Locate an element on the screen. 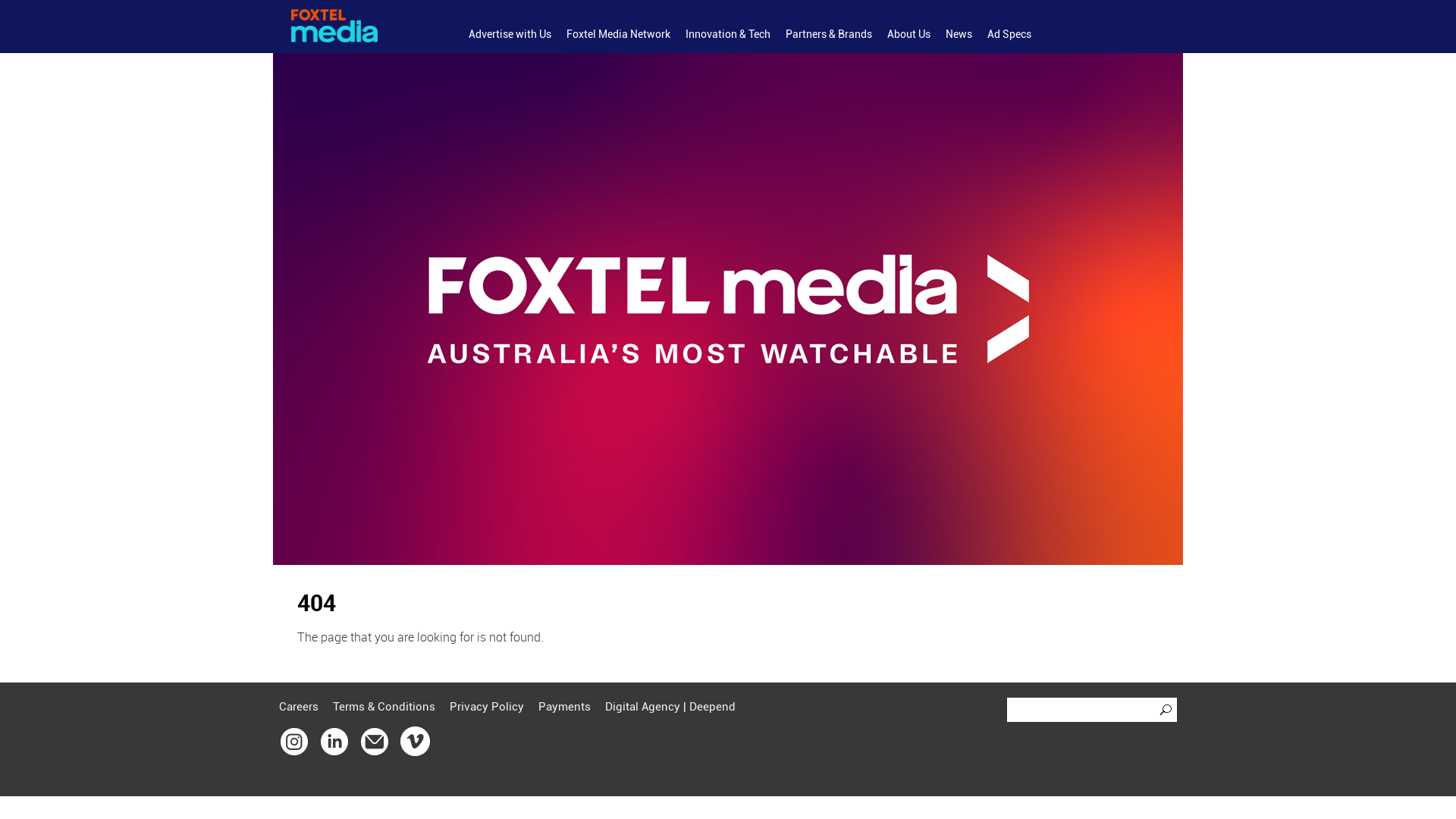 The width and height of the screenshot is (1456, 819). 'Digital Agency | Deepend' is located at coordinates (604, 707).